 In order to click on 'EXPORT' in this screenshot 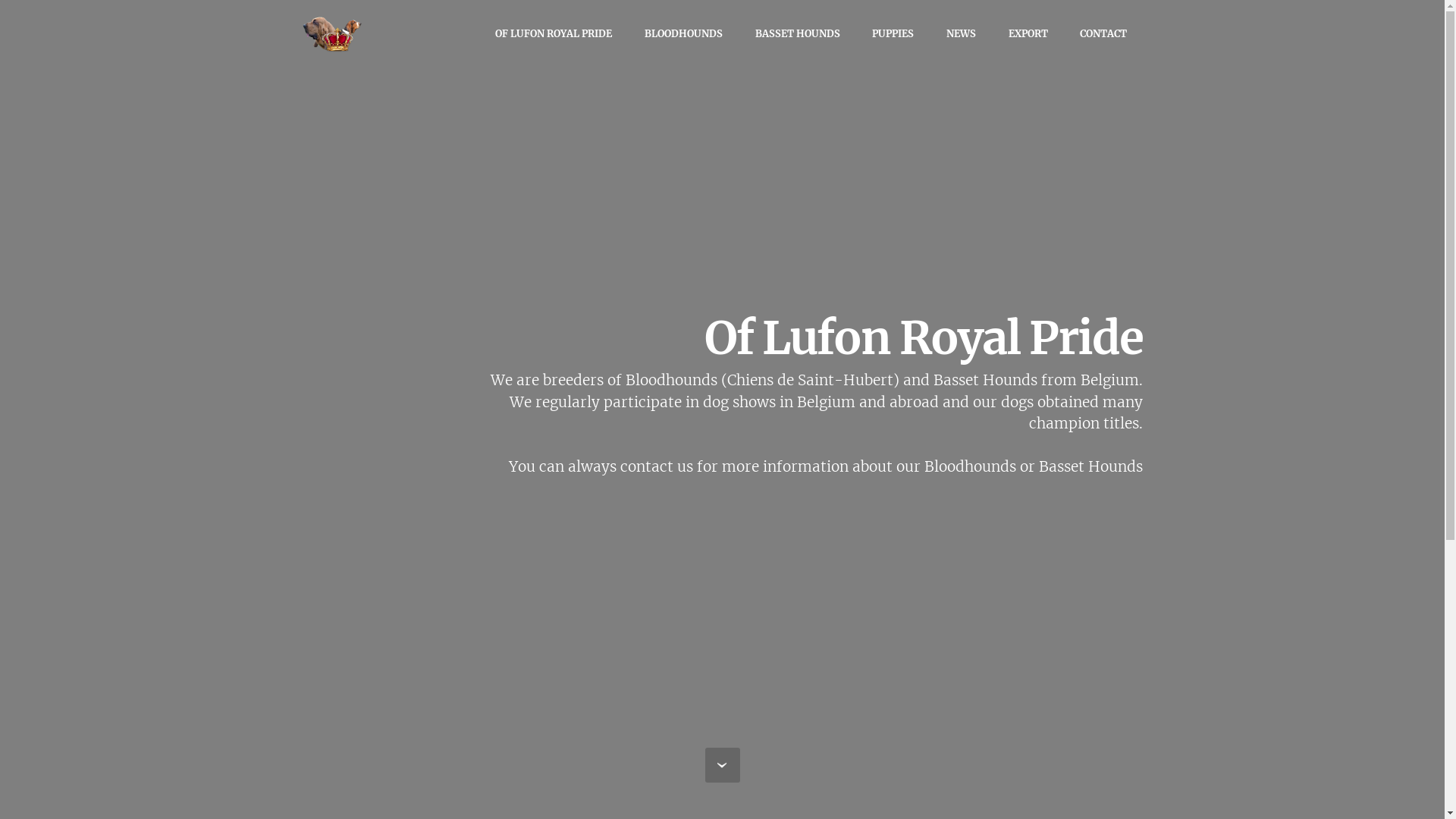, I will do `click(1028, 33)`.